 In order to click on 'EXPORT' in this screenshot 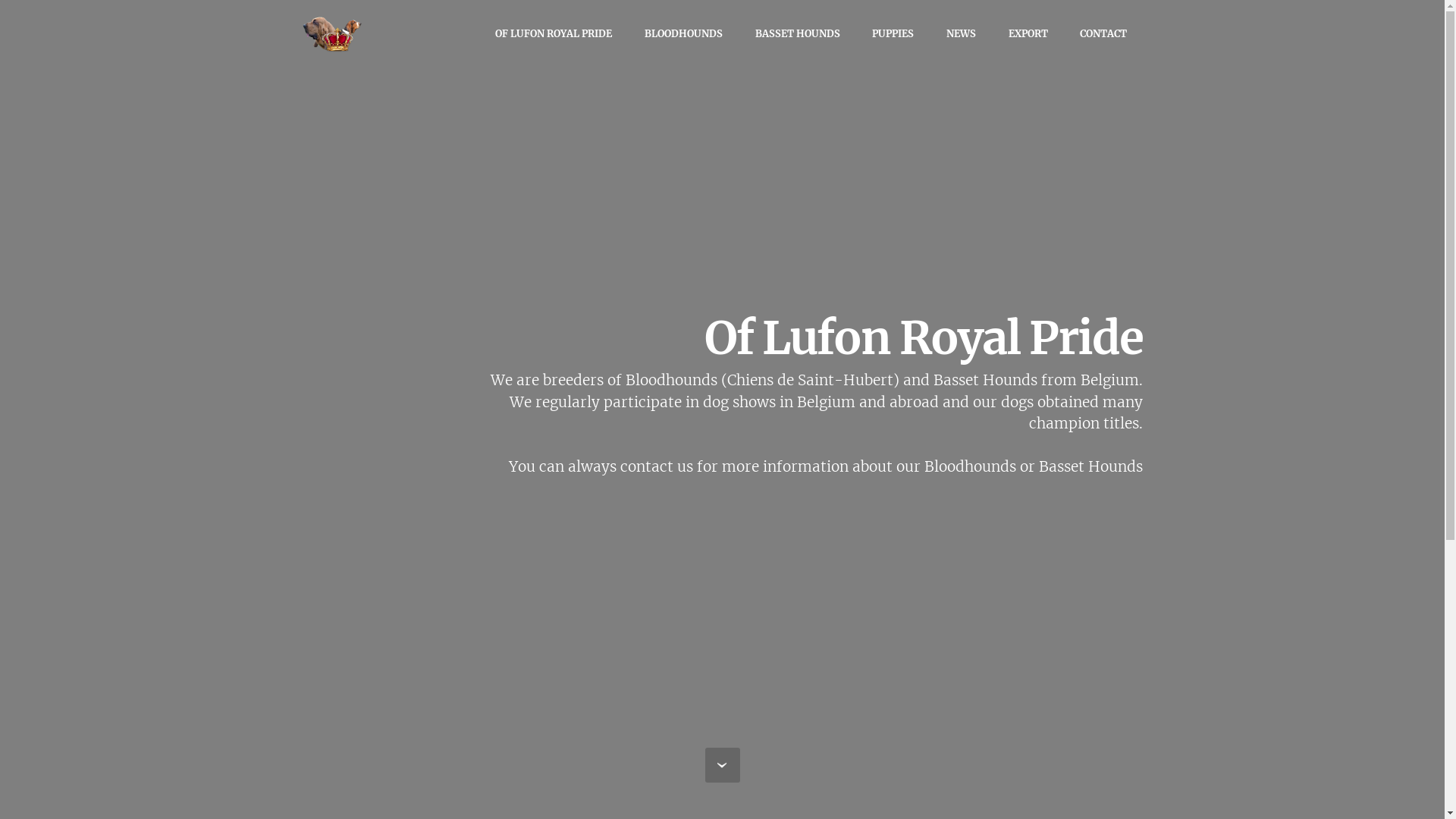, I will do `click(1028, 33)`.